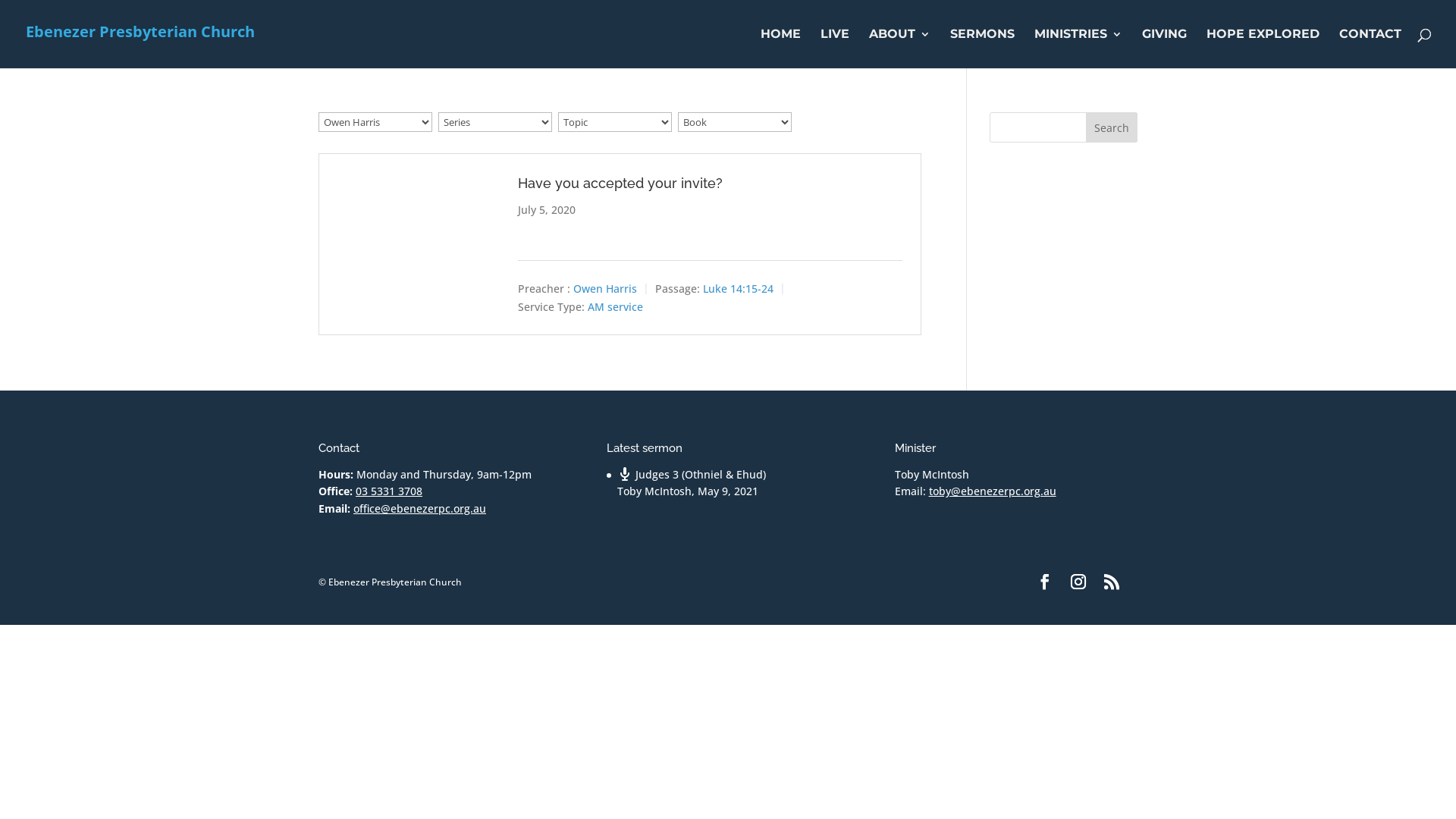 The image size is (1456, 819). Describe the element at coordinates (389, 491) in the screenshot. I see `'03 5331 3708'` at that location.